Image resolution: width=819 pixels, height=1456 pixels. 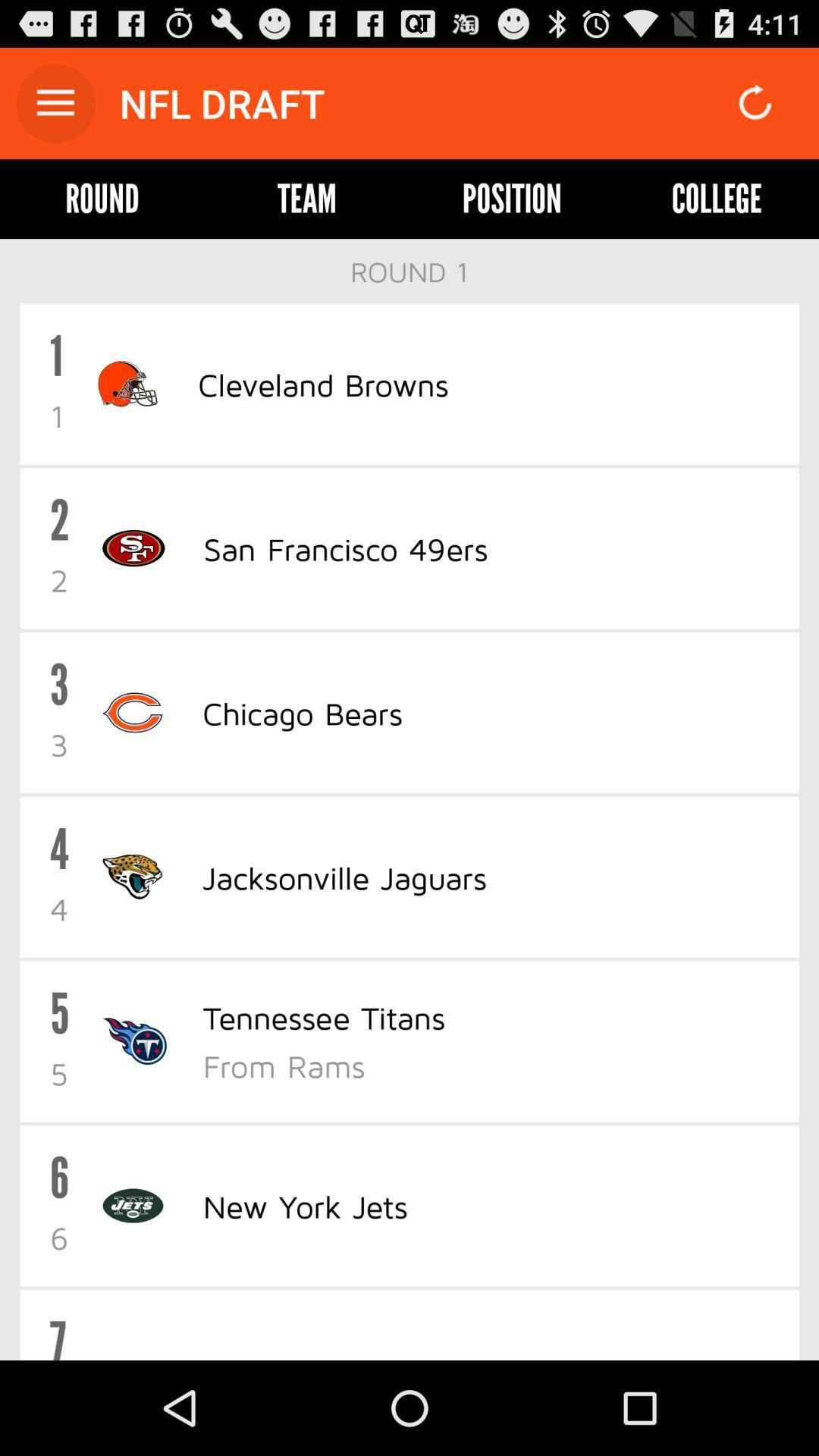 What do you see at coordinates (353, 1356) in the screenshot?
I see `los angeles chargers item` at bounding box center [353, 1356].